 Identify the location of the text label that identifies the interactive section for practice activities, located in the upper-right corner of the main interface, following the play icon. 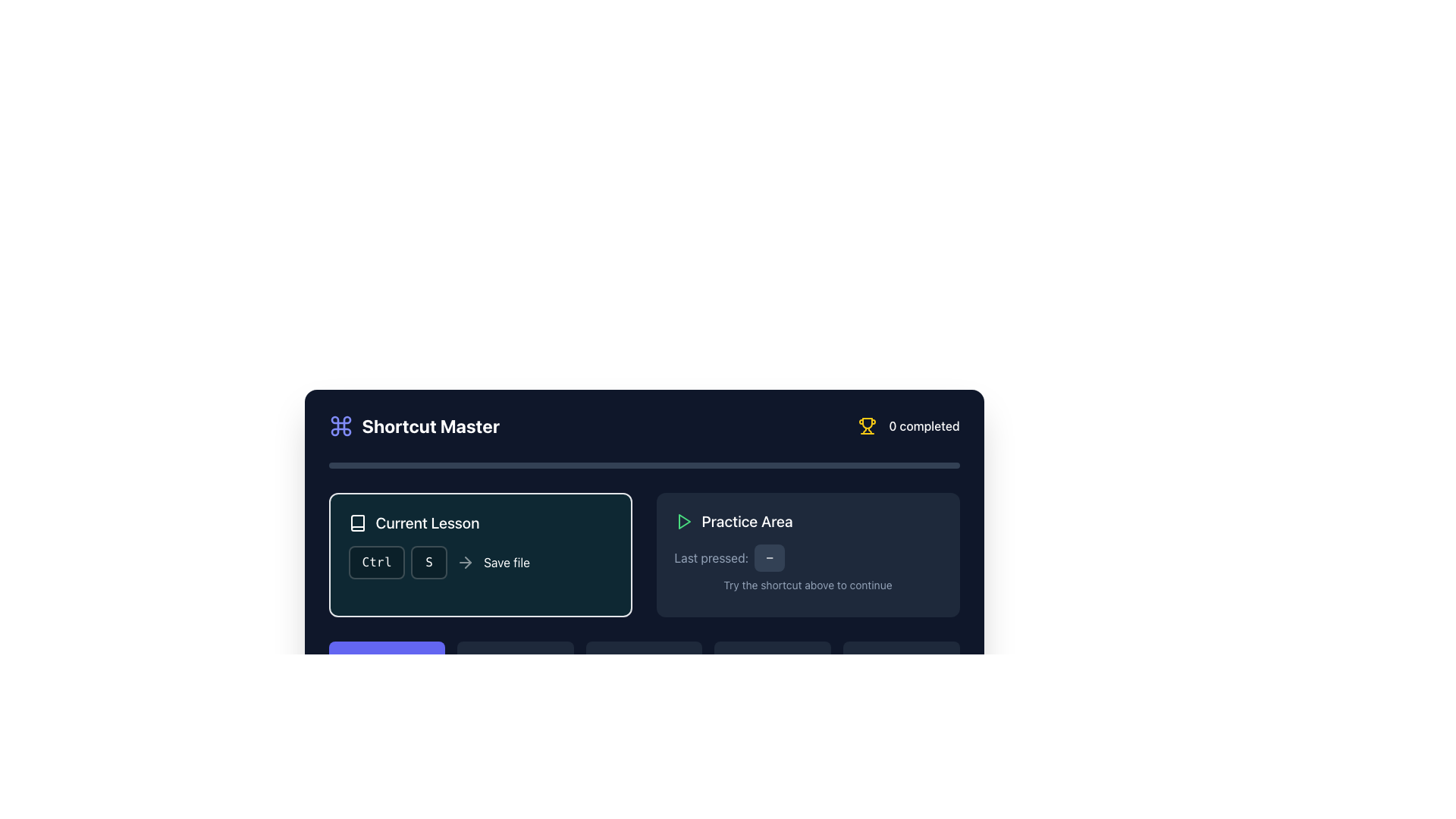
(747, 520).